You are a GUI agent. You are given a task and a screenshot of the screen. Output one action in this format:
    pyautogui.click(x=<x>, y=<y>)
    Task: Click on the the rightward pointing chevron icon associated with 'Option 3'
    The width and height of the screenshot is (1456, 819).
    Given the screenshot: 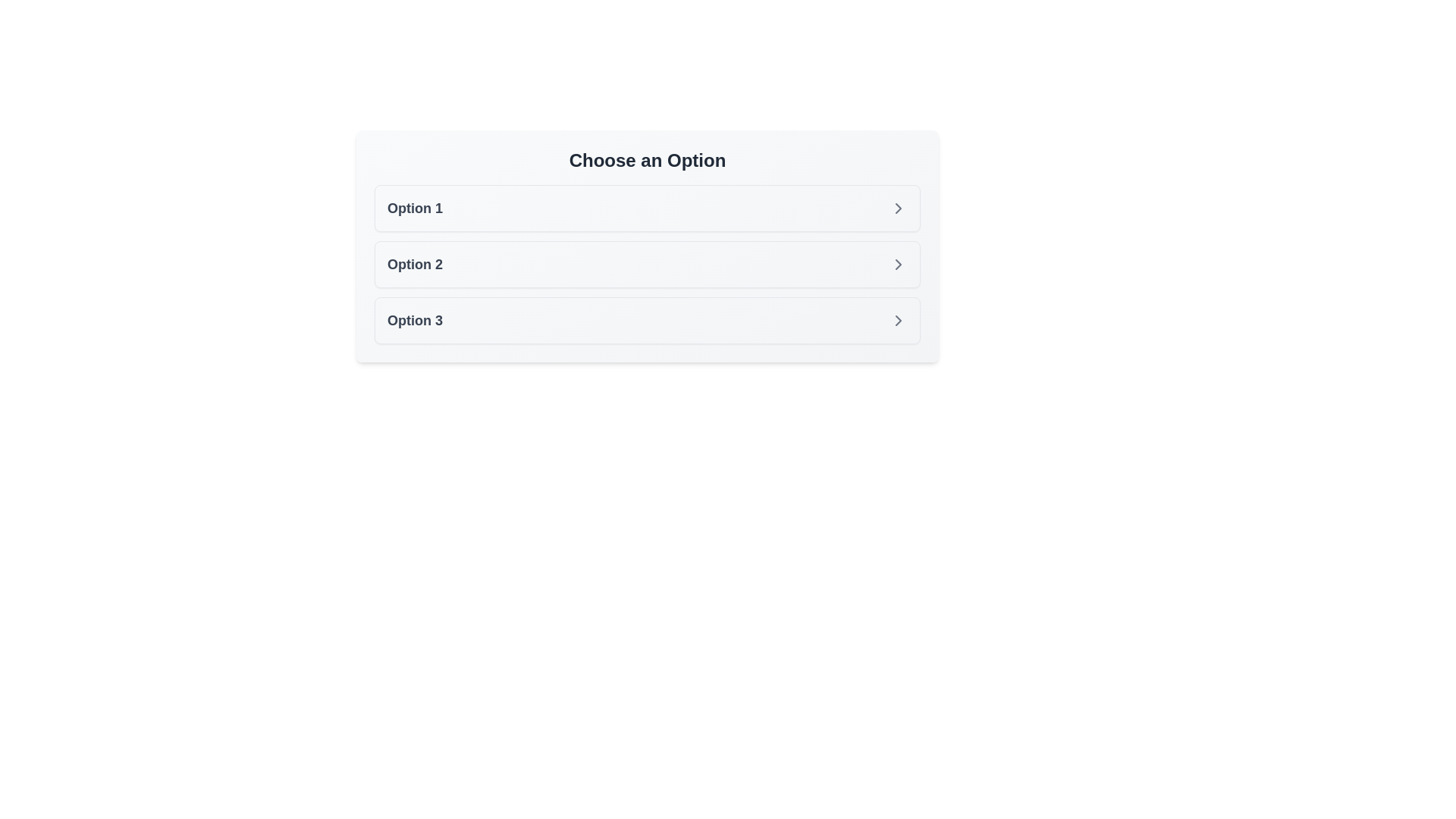 What is the action you would take?
    pyautogui.click(x=899, y=320)
    